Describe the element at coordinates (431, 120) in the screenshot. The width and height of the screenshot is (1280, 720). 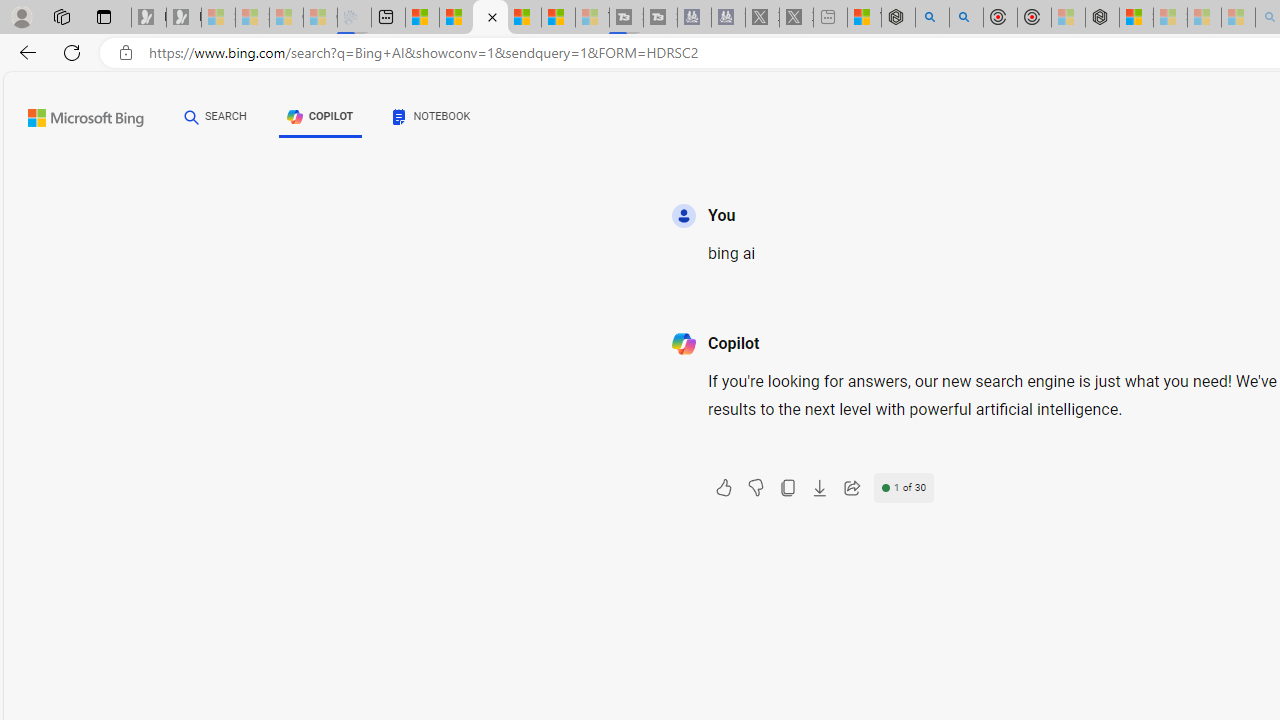
I see `'NOTEBOOK'` at that location.